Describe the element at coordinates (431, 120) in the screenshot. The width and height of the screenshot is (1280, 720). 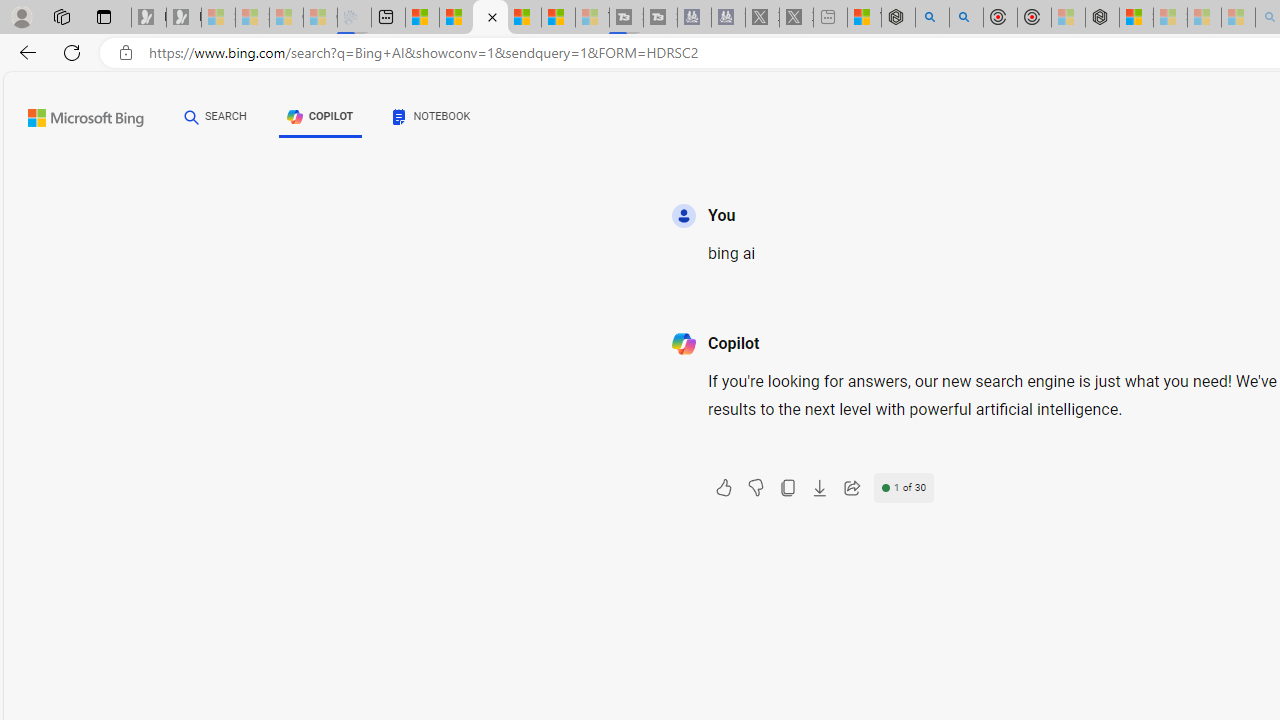
I see `'NOTEBOOK'` at that location.